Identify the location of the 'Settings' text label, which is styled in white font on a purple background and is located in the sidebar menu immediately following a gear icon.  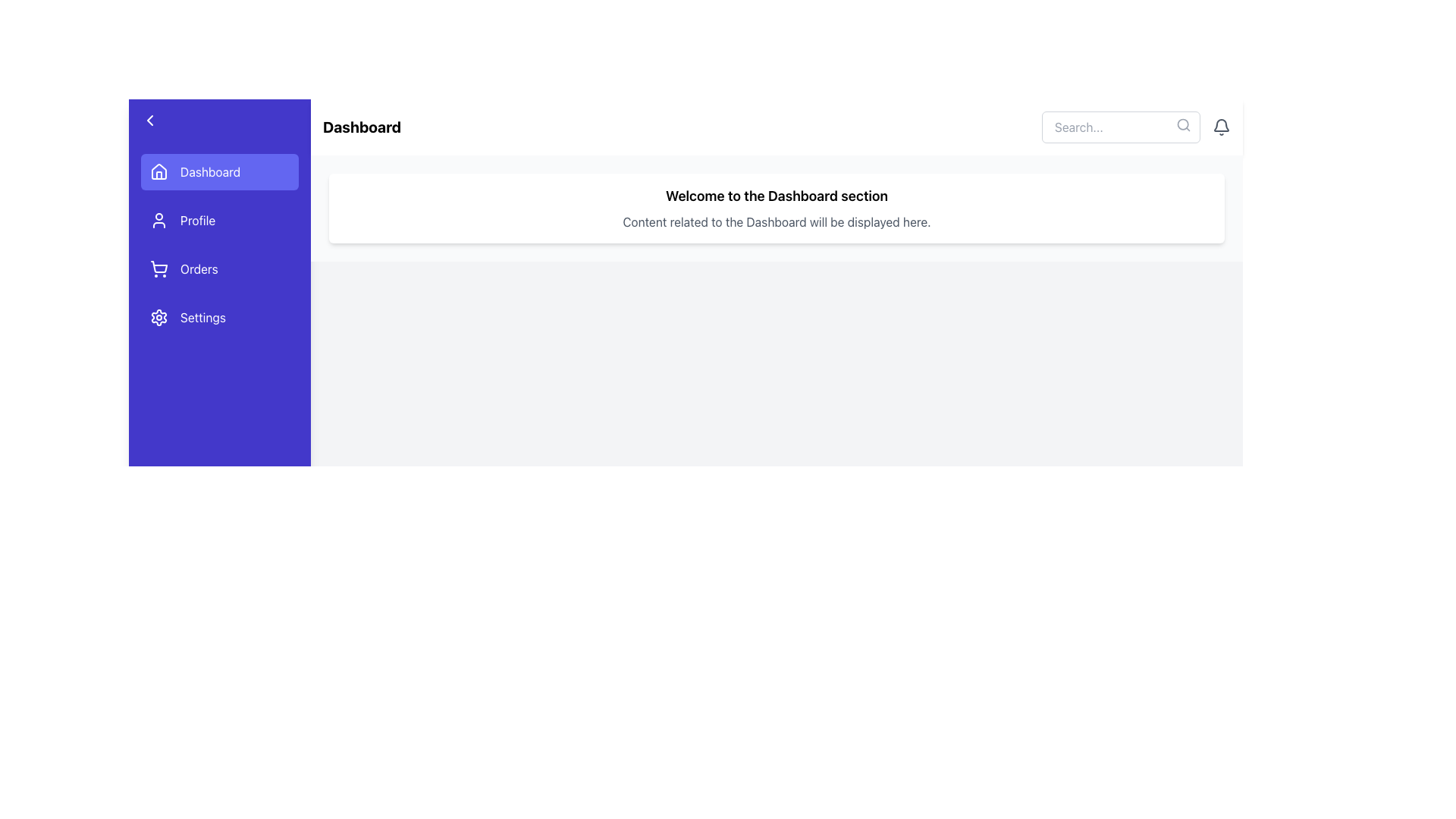
(202, 317).